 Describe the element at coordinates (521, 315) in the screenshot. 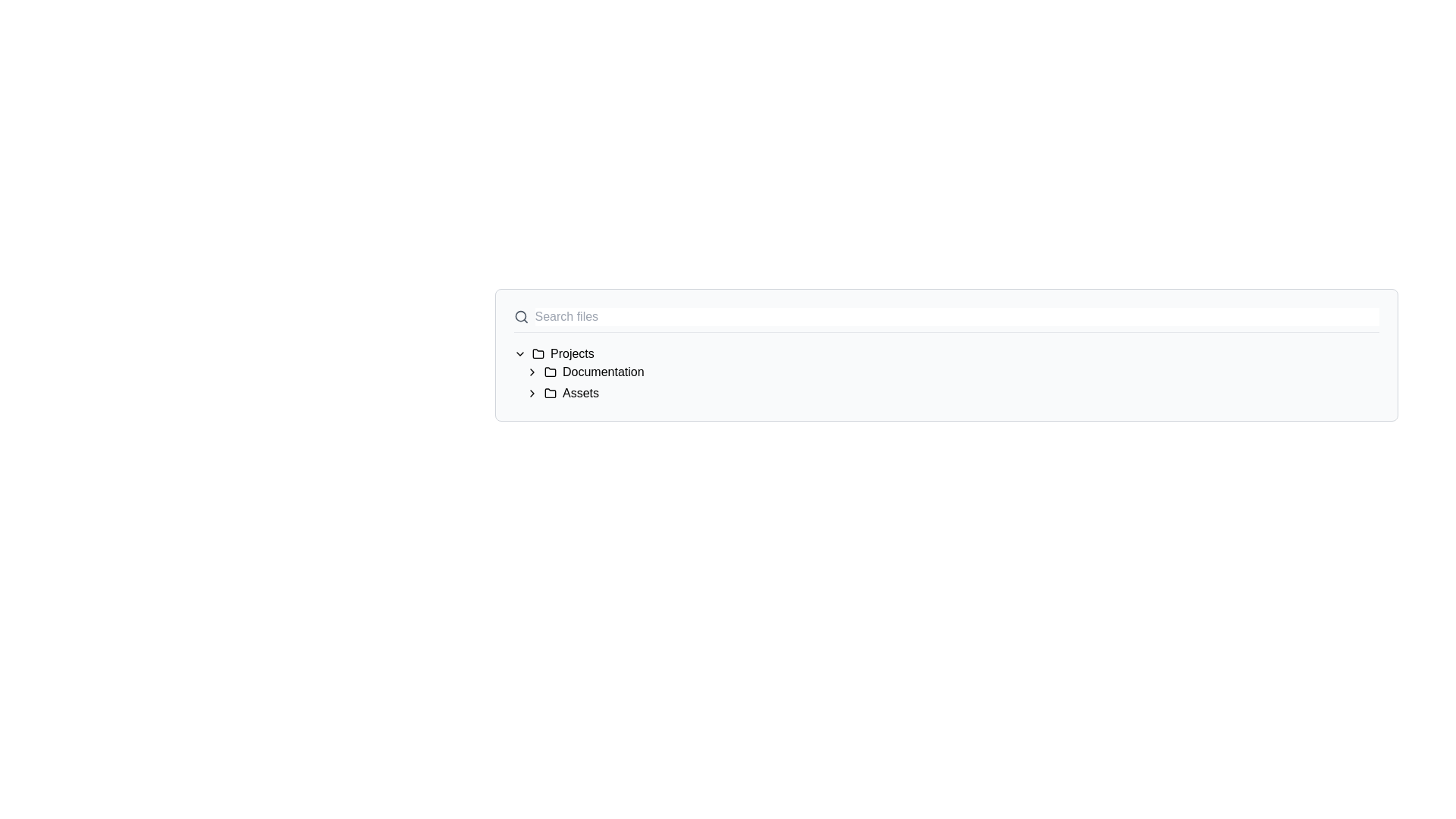

I see `the circular gray magnifying glass icon representing the search function, which is positioned directly to the left of the 'Search files' text input box` at that location.